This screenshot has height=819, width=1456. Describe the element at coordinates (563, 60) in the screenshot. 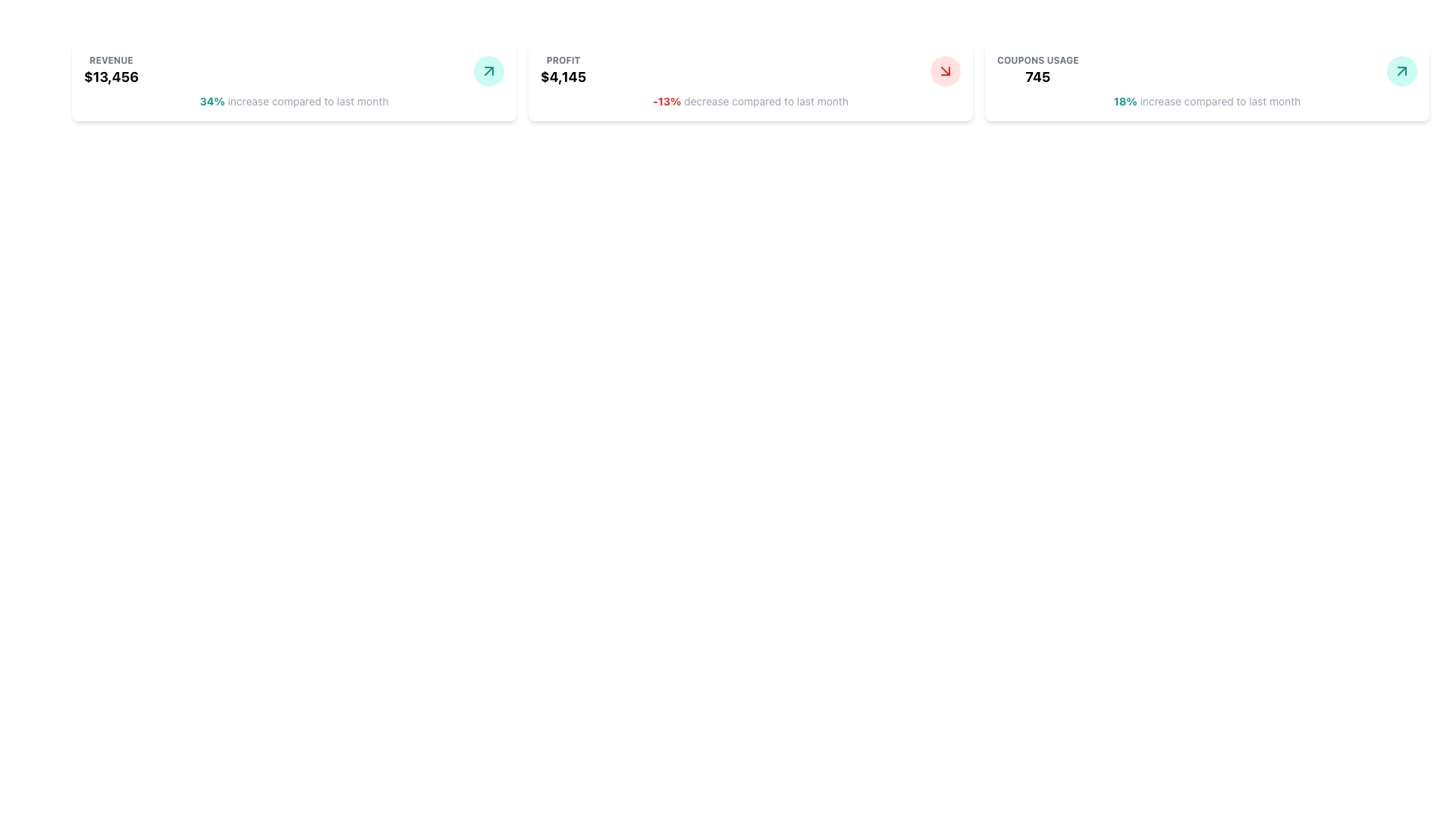

I see `text from the Label element displaying 'PROFIT' in uppercase, gray color, and bold typeface, positioned at the top of the 'Profit' card` at that location.